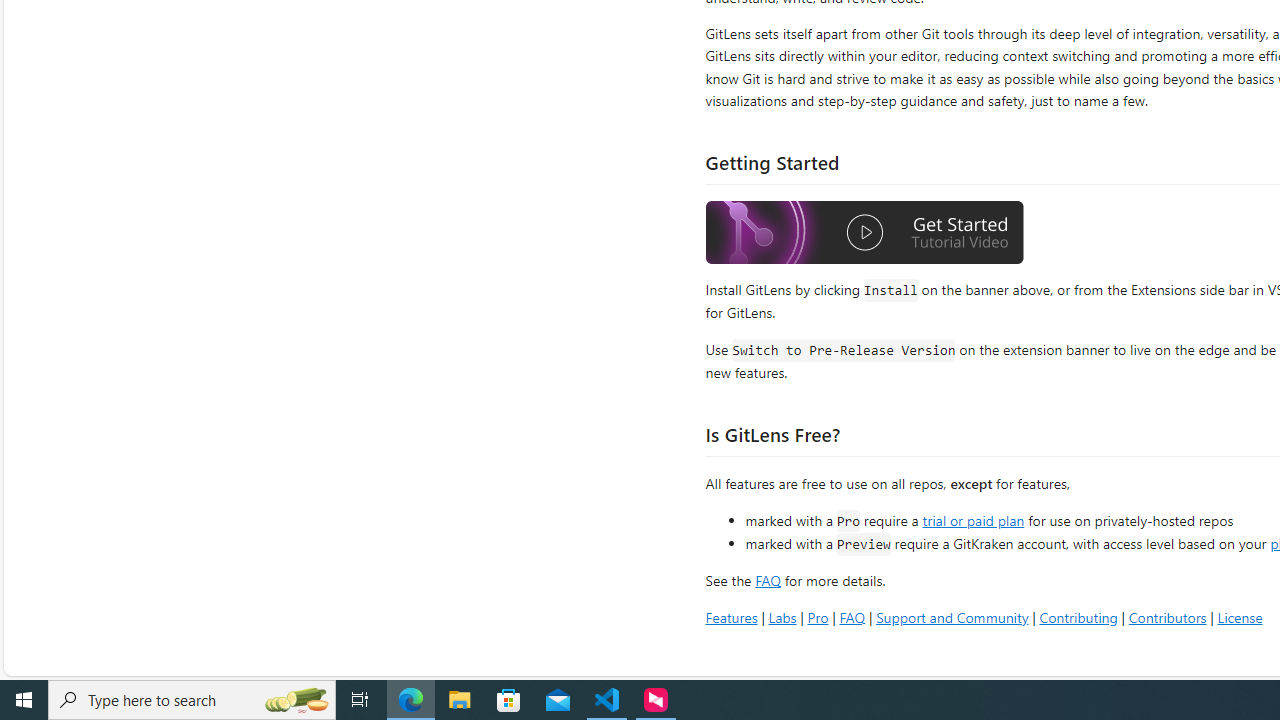 This screenshot has width=1280, height=720. What do you see at coordinates (730, 616) in the screenshot?
I see `'Features'` at bounding box center [730, 616].